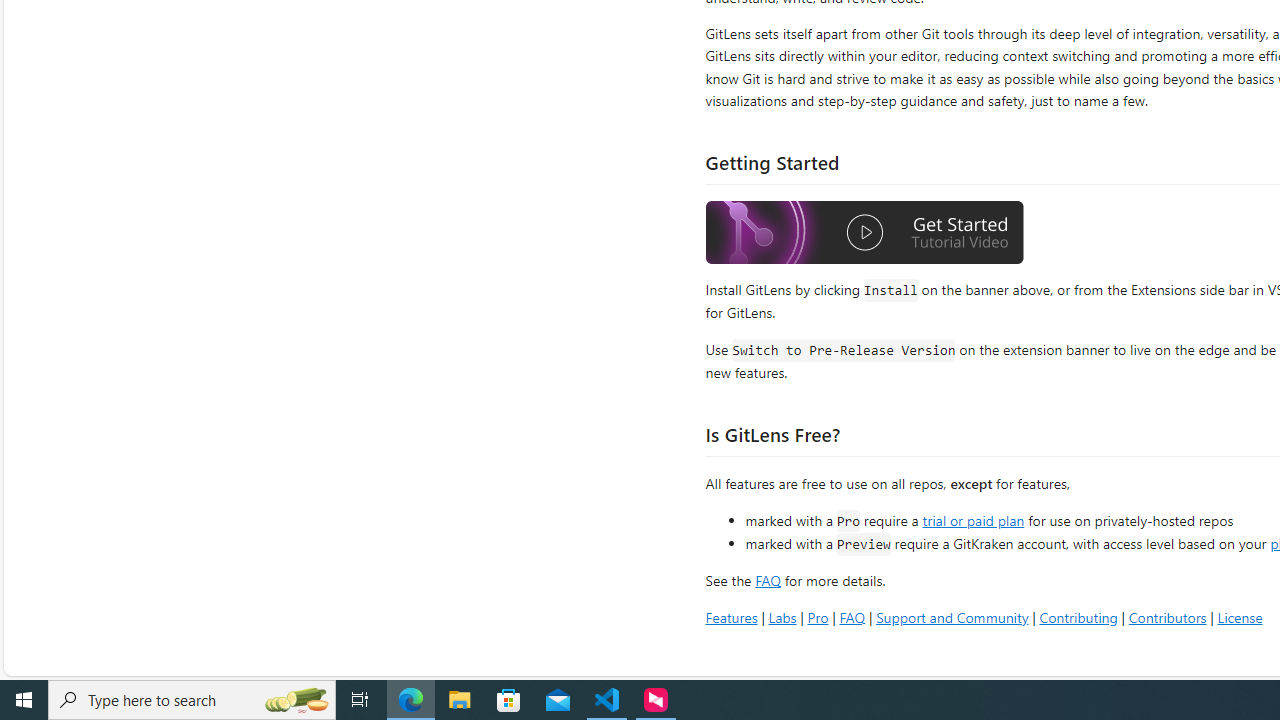 This screenshot has width=1280, height=720. What do you see at coordinates (730, 616) in the screenshot?
I see `'Features'` at bounding box center [730, 616].